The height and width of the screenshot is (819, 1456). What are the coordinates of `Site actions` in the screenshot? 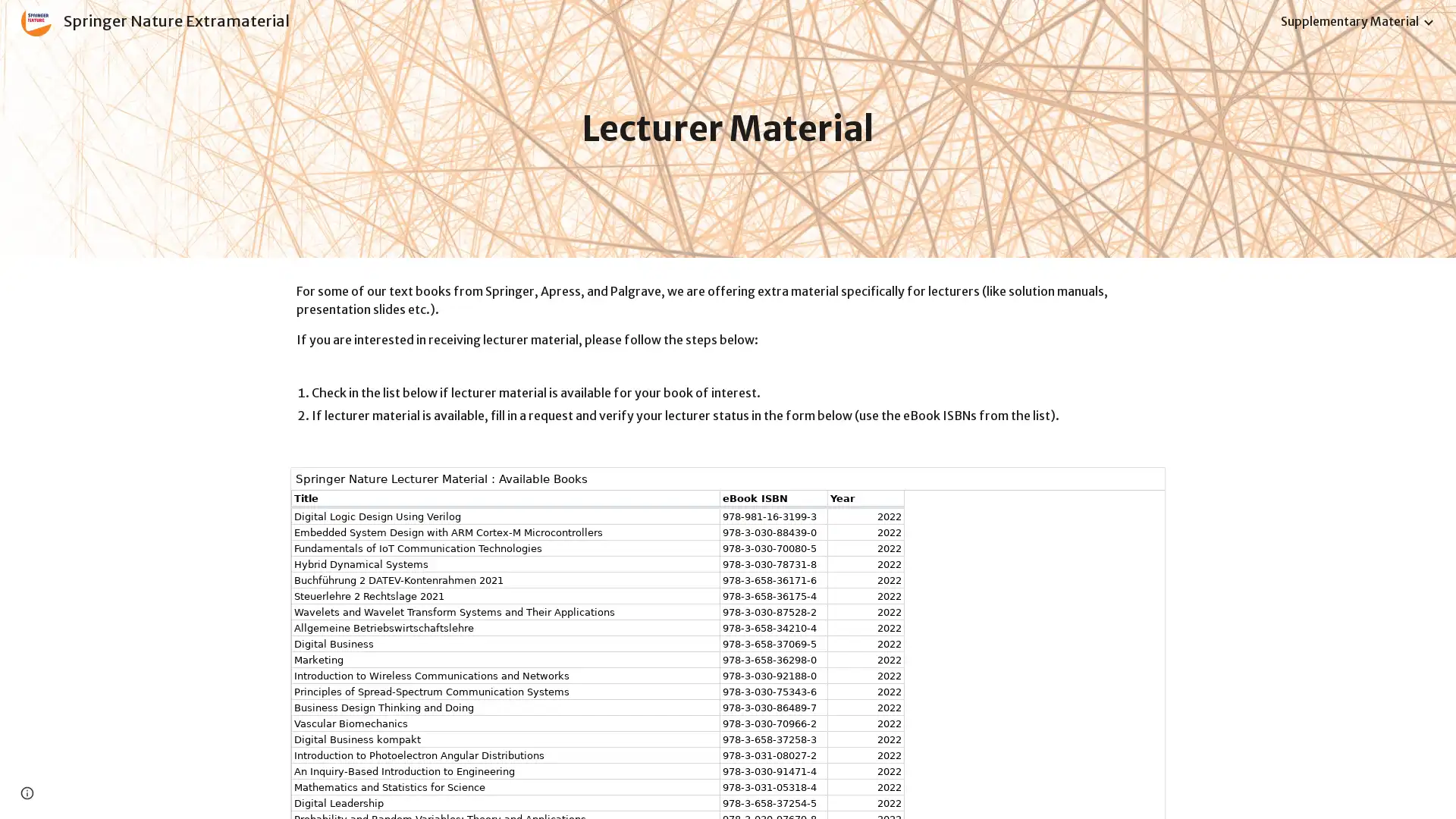 It's located at (27, 792).